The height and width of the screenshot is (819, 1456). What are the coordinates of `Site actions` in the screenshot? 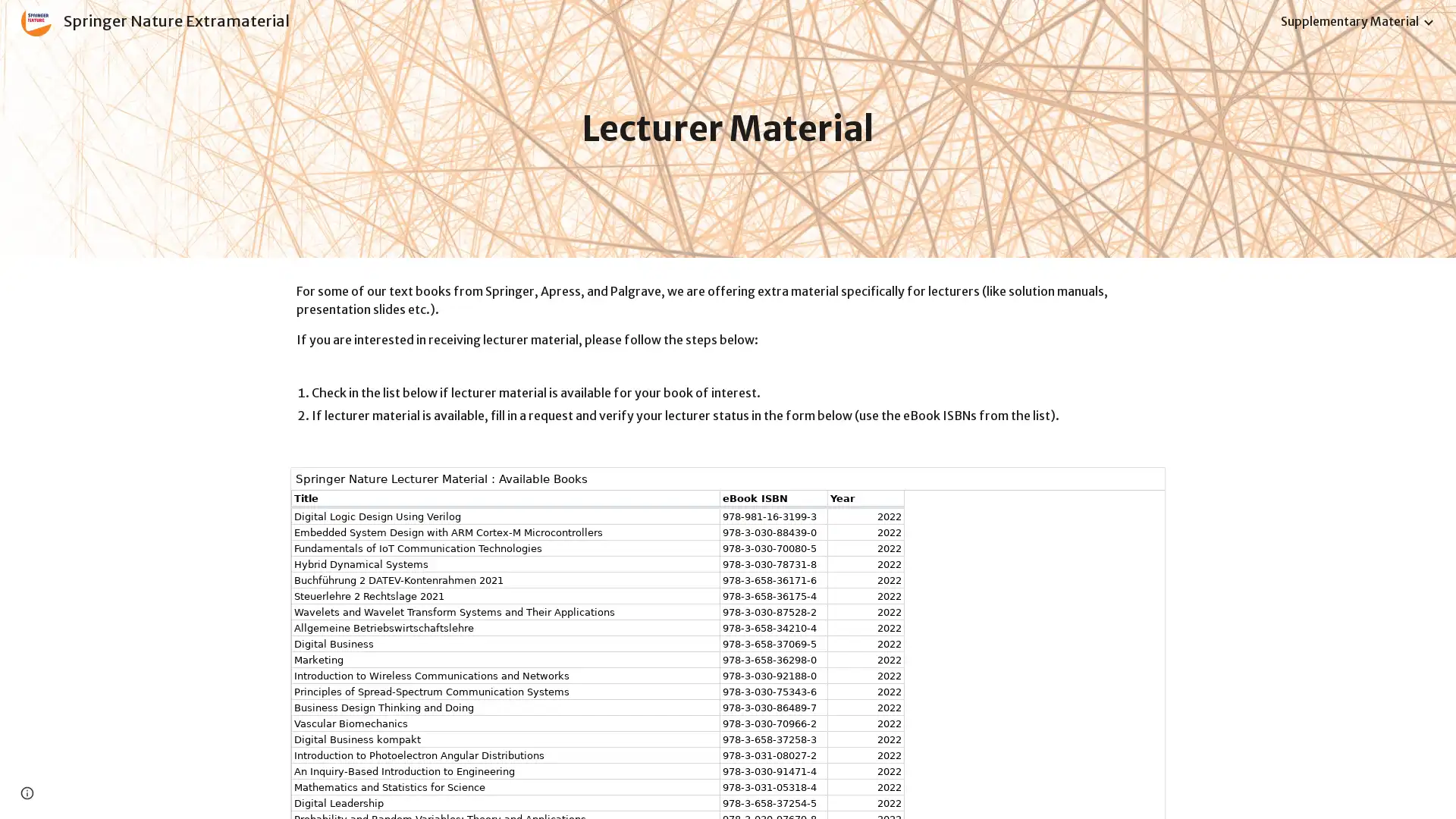 It's located at (27, 792).